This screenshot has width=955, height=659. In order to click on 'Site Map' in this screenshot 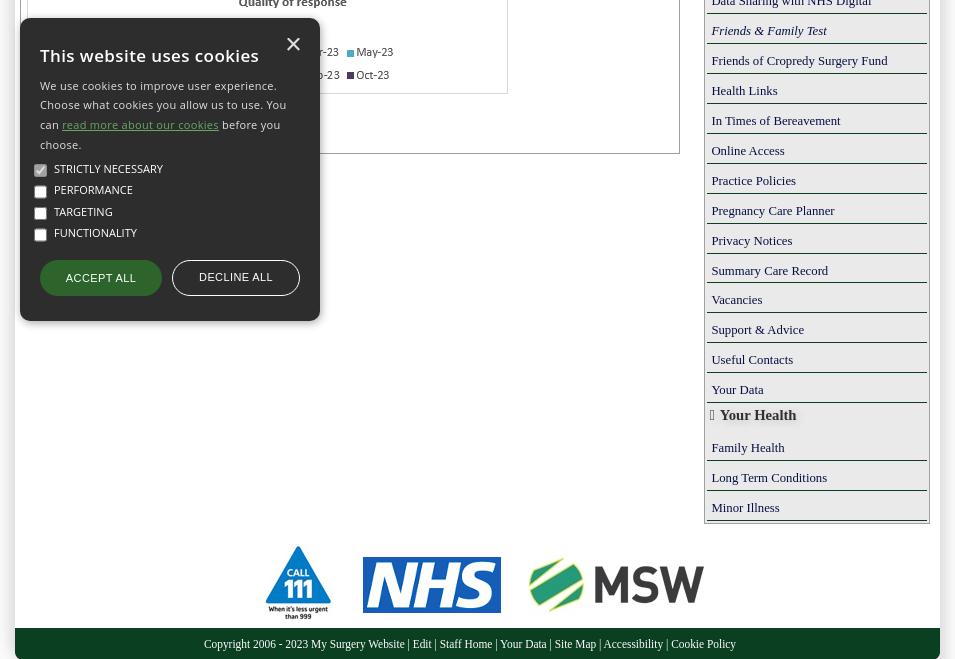, I will do `click(575, 641)`.